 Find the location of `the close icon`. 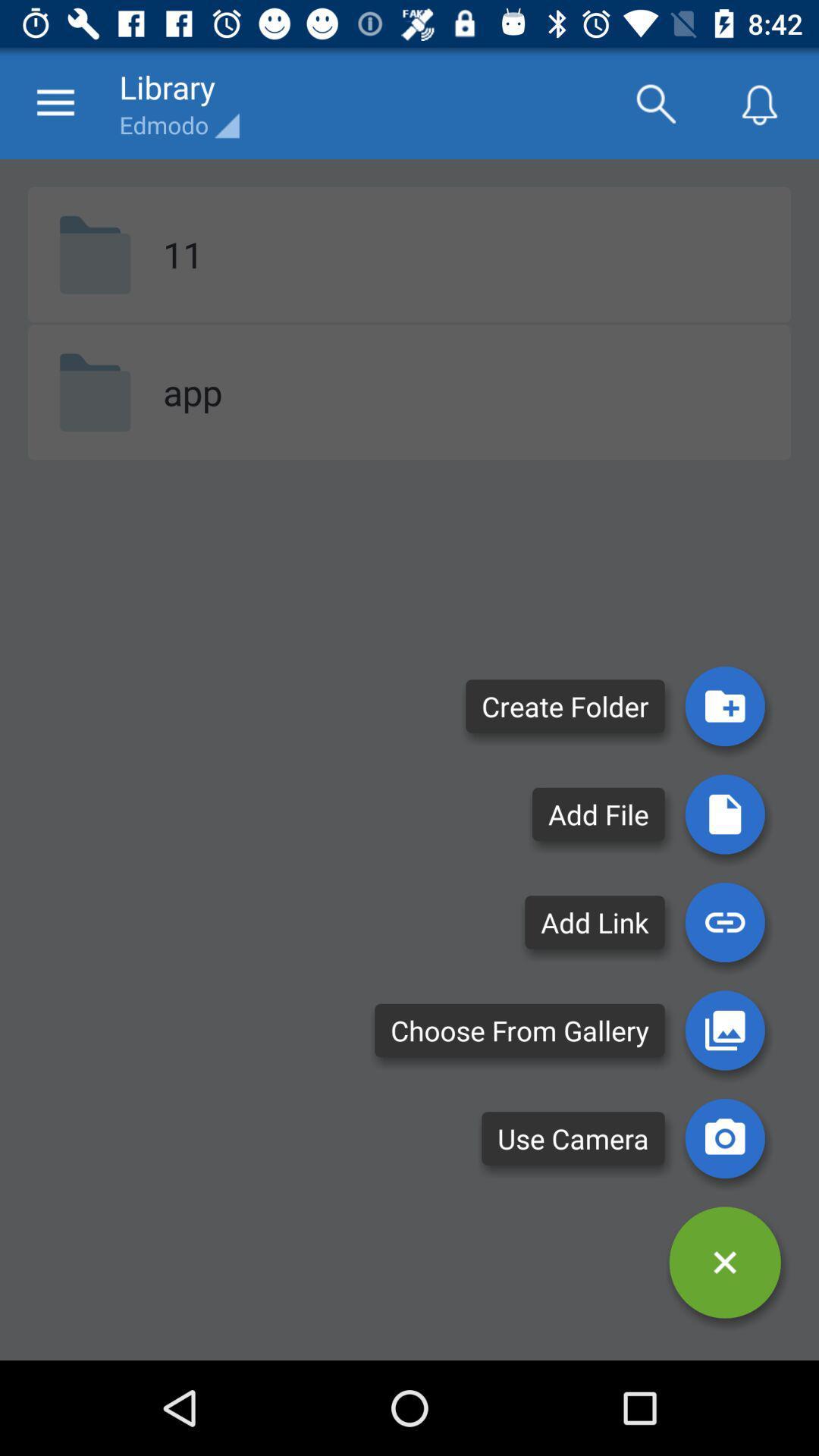

the close icon is located at coordinates (724, 1263).